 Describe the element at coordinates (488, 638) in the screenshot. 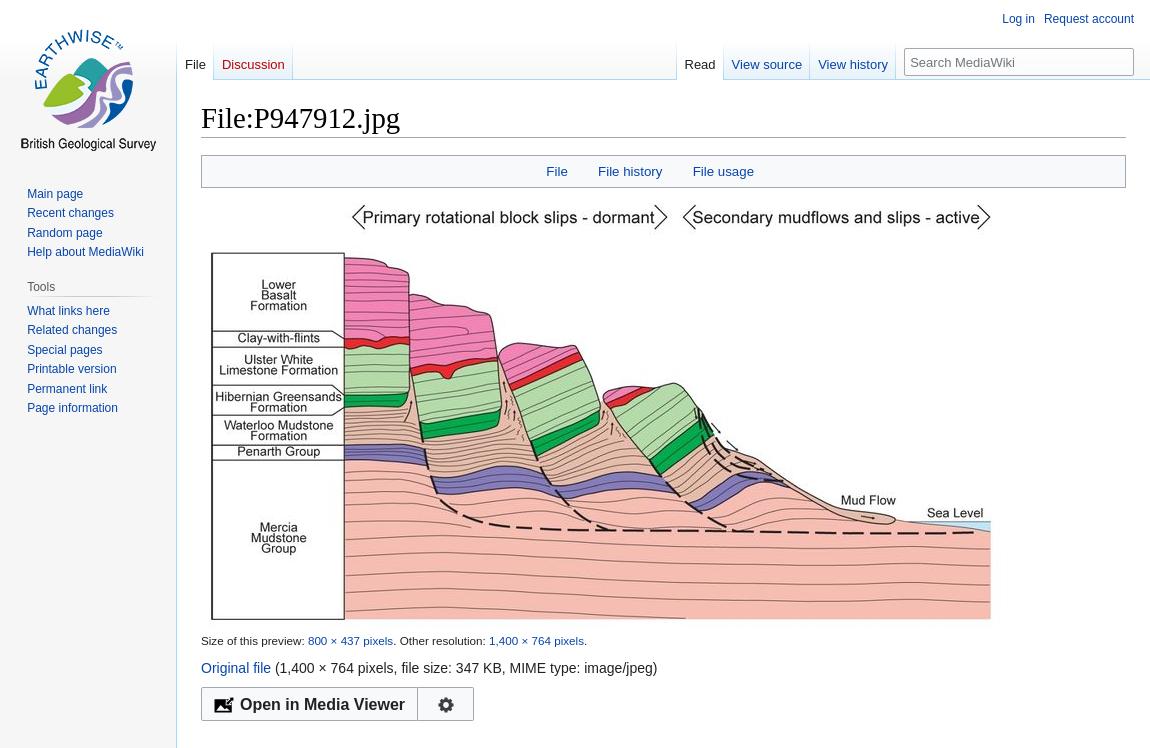

I see `'1,400 × 764 pixels'` at that location.